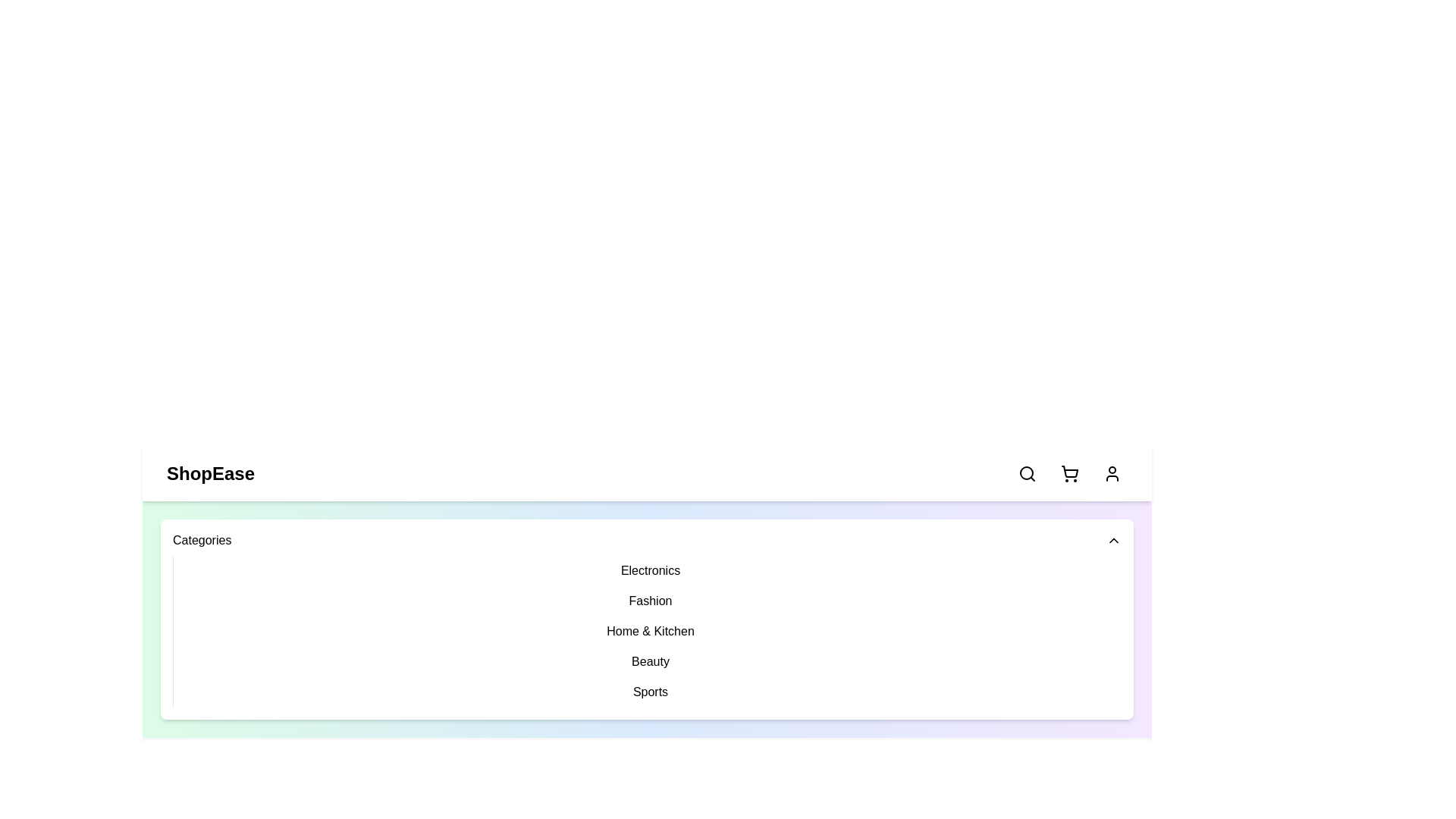 This screenshot has height=819, width=1456. What do you see at coordinates (1069, 472) in the screenshot?
I see `the shopping cart icon located in the top-right corner of the page to possibly reveal additional cart details` at bounding box center [1069, 472].